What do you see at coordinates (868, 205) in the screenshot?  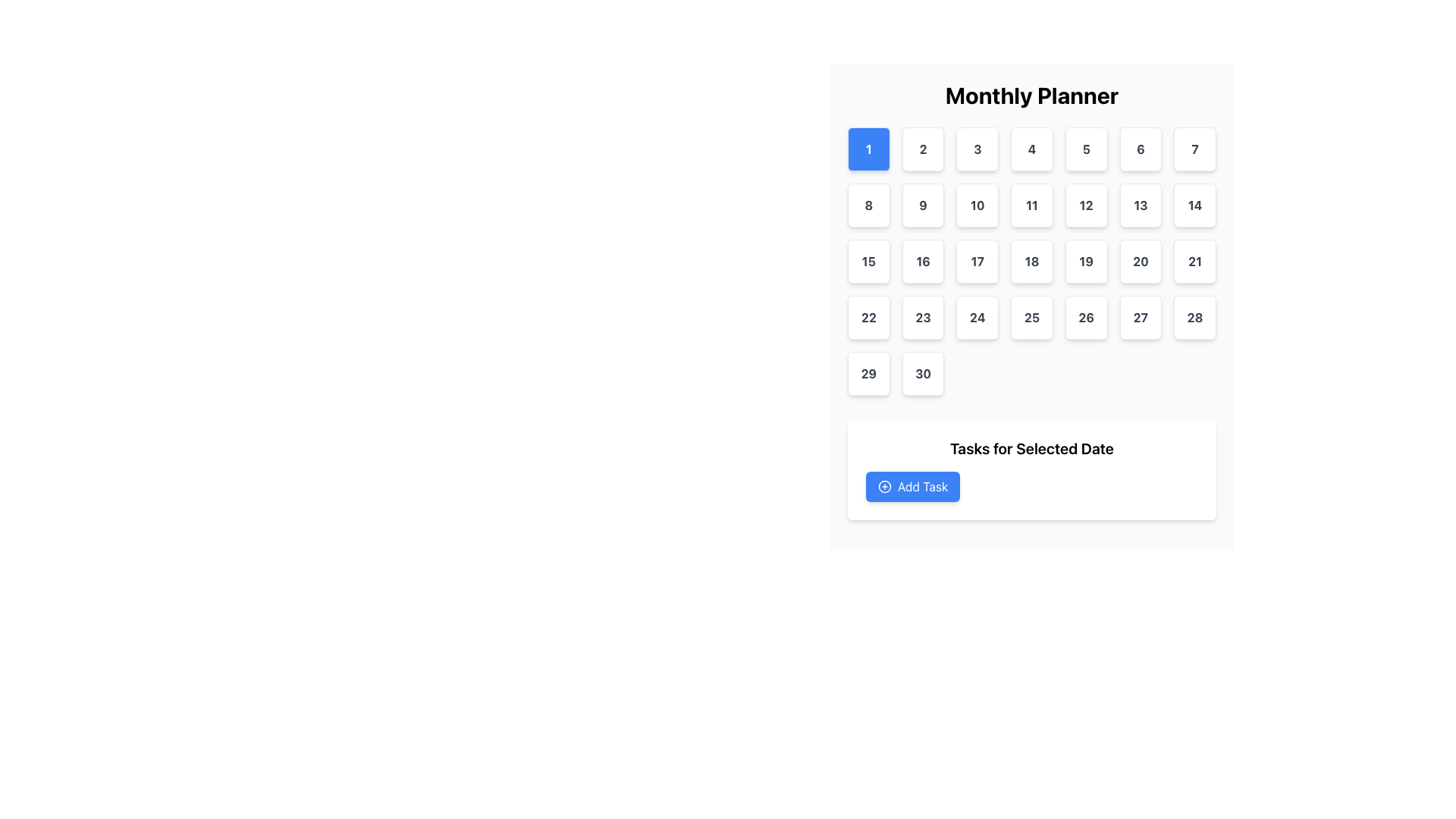 I see `the square button with rounded corners, white background, and the text '8' in bold black font, located in the second row, first column under 'Monthly Planner'` at bounding box center [868, 205].